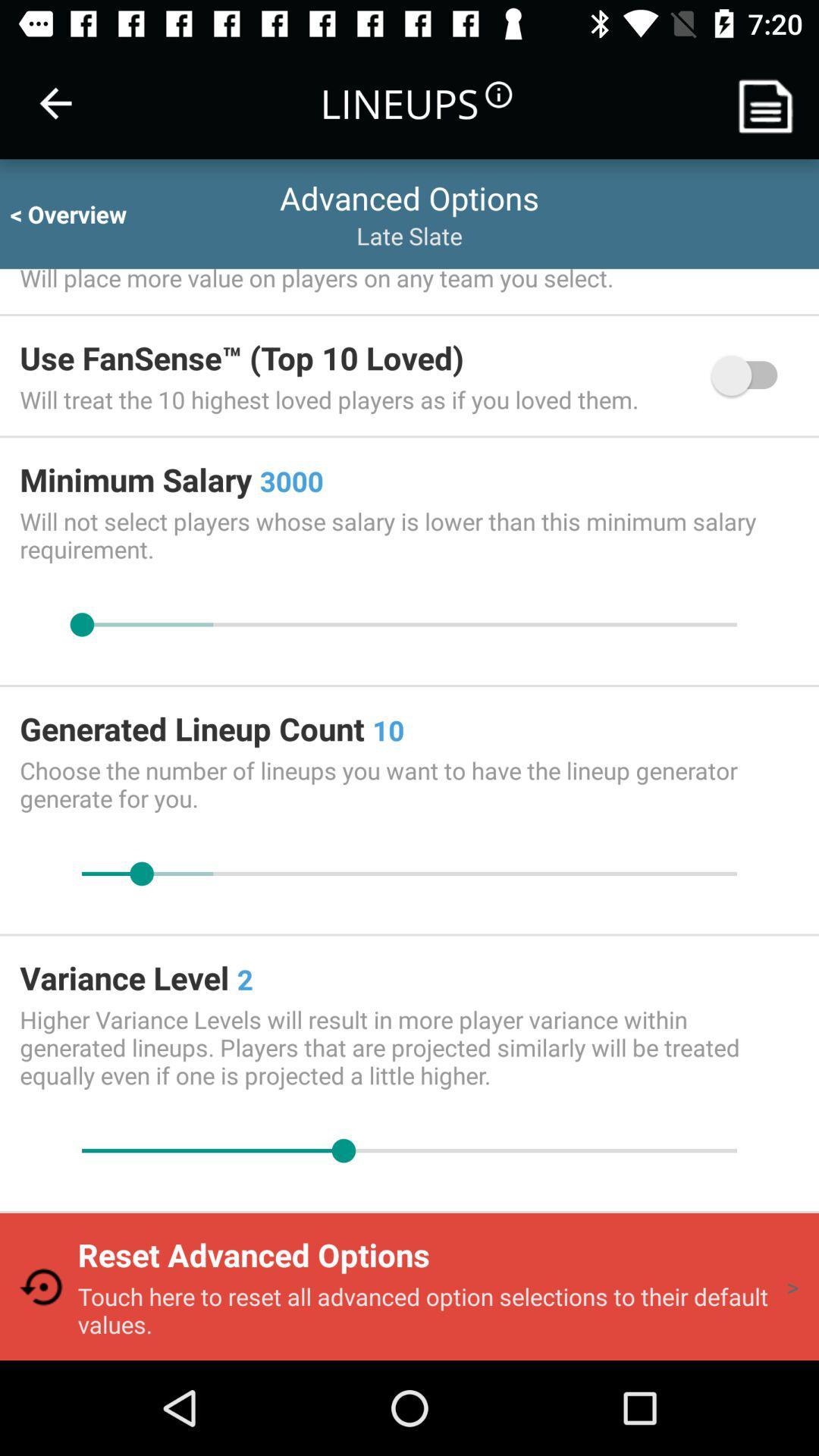 This screenshot has width=819, height=1456. I want to click on the icon above will place more, so click(82, 213).